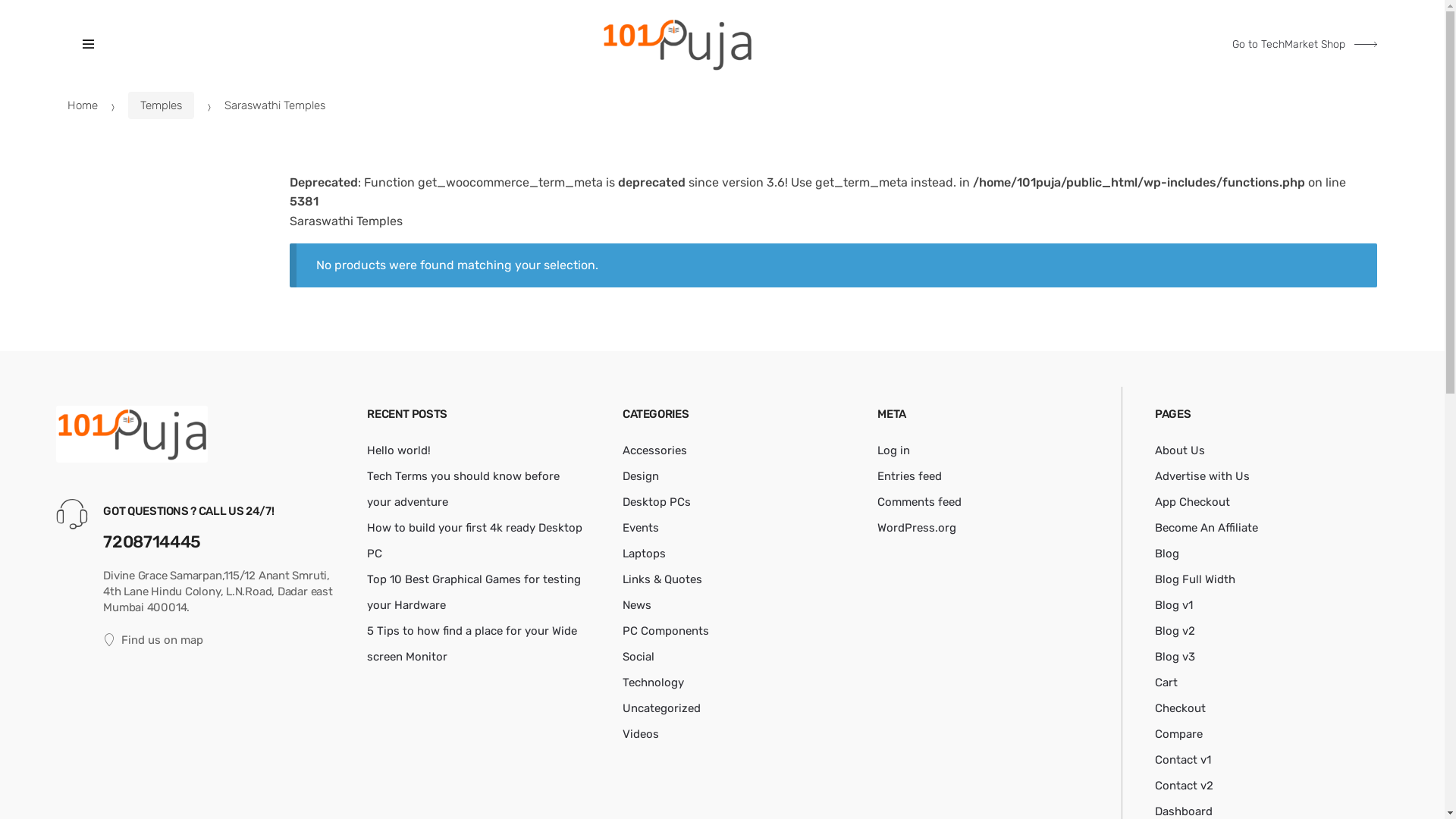  I want to click on 'Top 10 Best Graphical Games for testing your Hardware', so click(472, 591).